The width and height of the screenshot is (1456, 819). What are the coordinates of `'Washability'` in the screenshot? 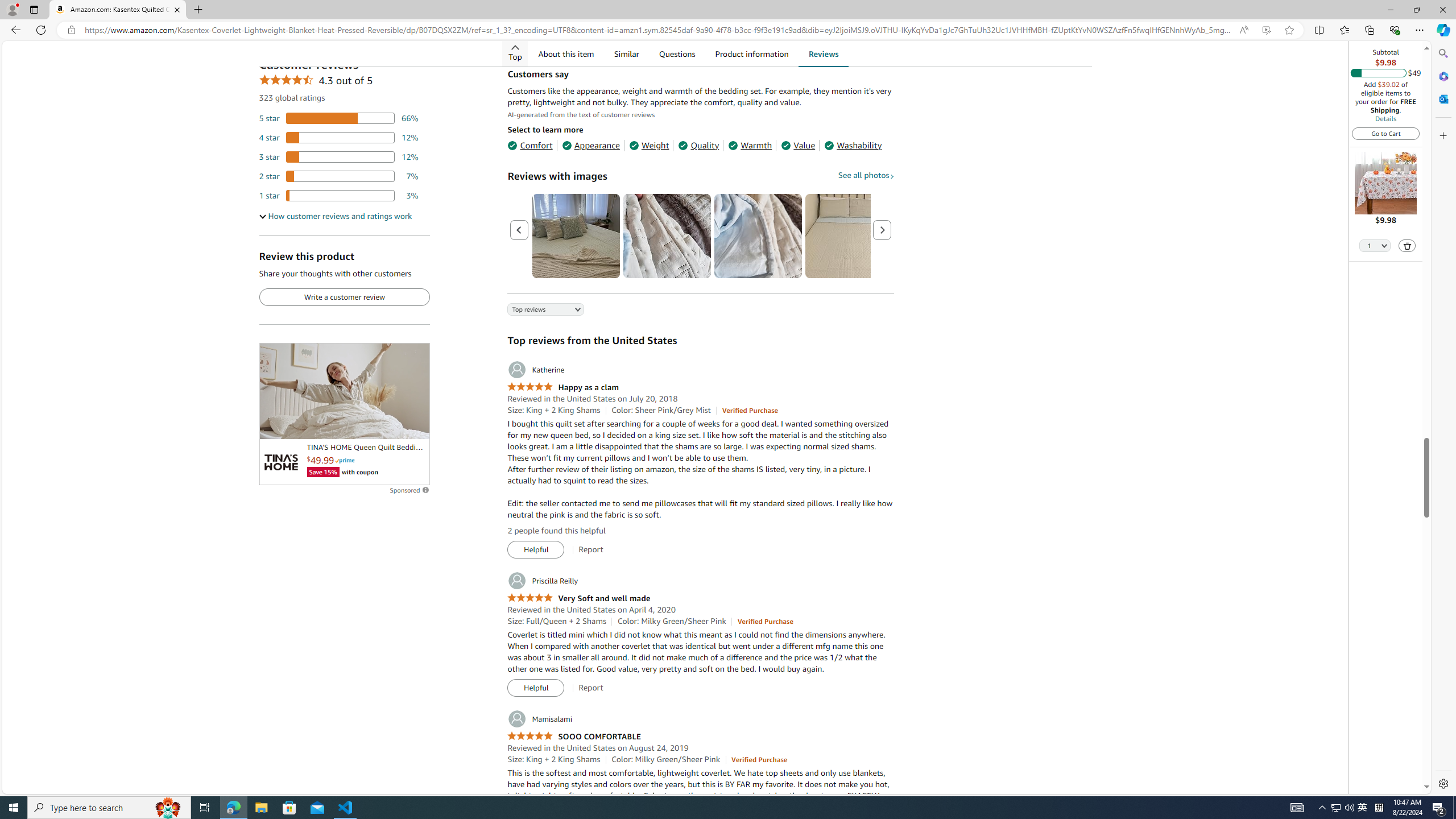 It's located at (853, 144).